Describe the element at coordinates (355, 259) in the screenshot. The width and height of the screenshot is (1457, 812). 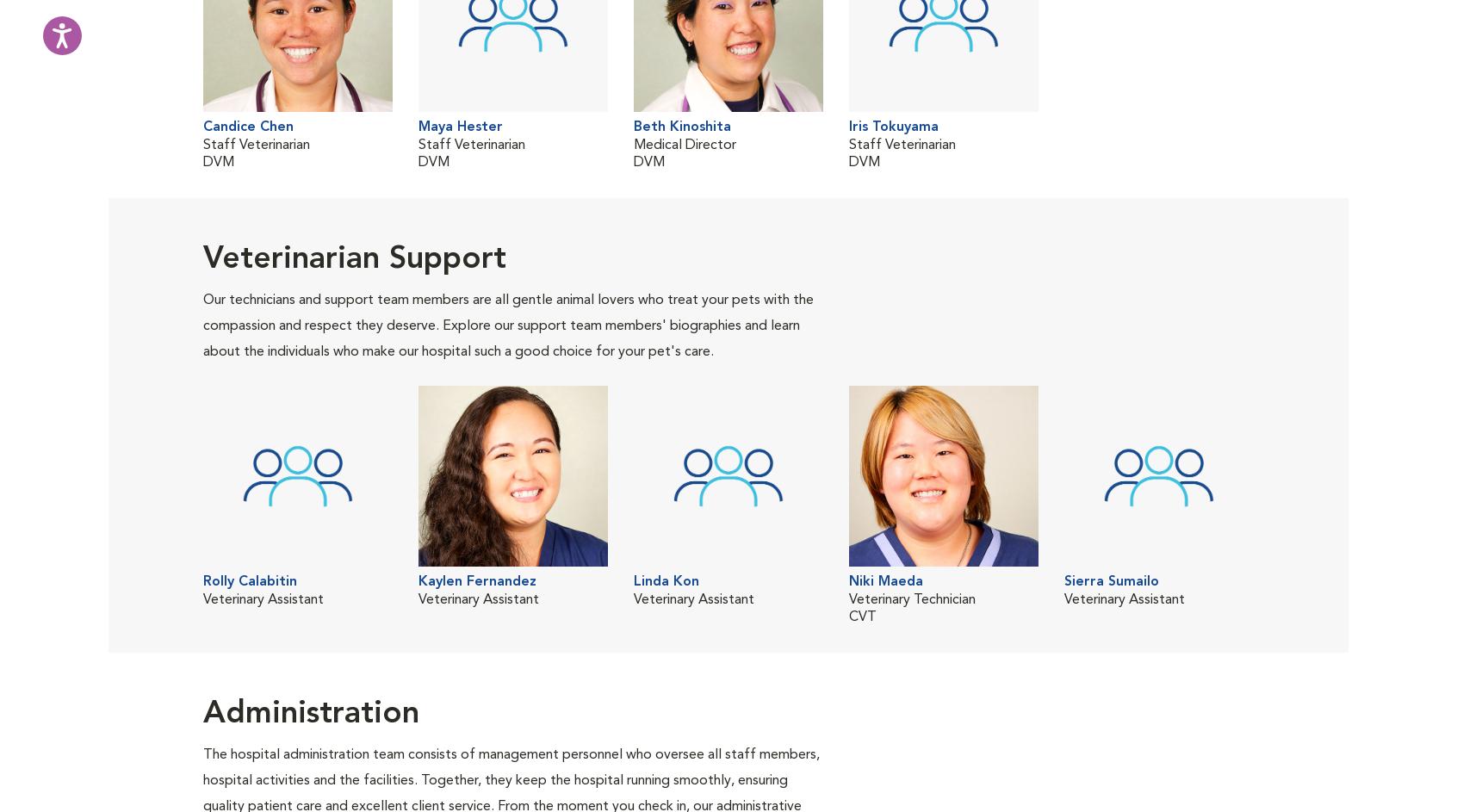
I see `'Veterinarian Support'` at that location.